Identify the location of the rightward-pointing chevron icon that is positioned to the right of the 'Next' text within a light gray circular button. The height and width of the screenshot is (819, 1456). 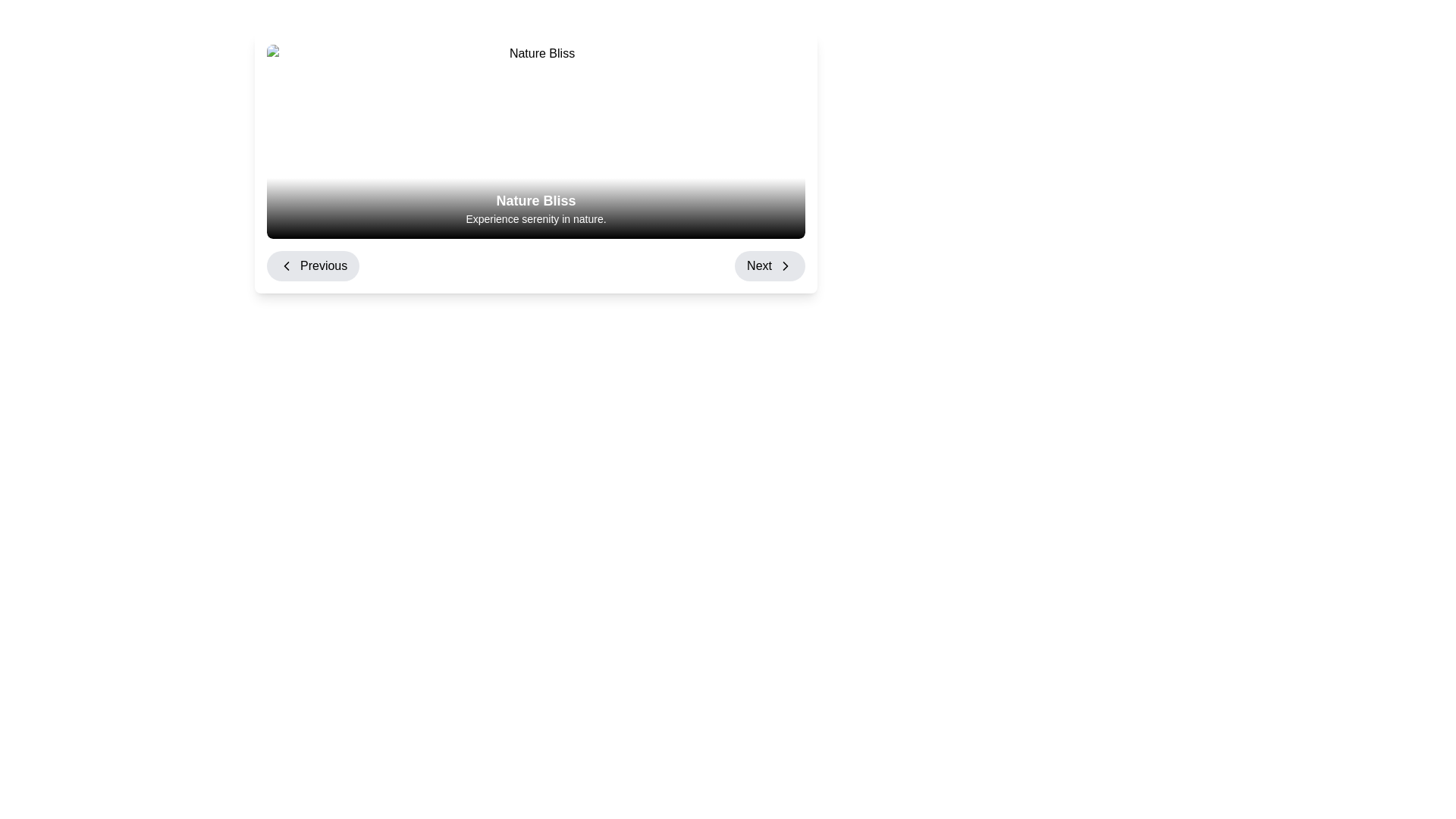
(786, 265).